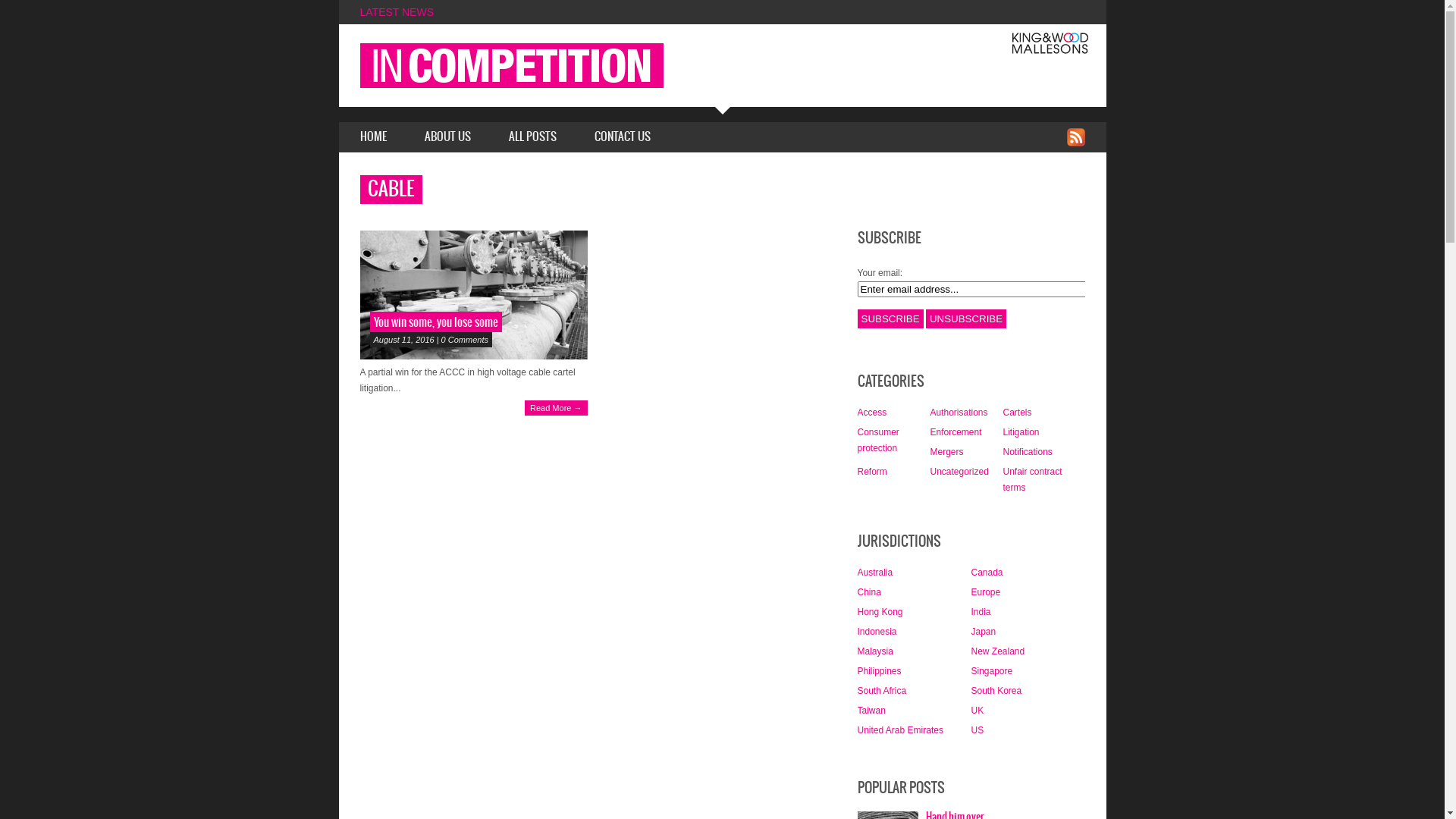  Describe the element at coordinates (871, 470) in the screenshot. I see `'Reform'` at that location.